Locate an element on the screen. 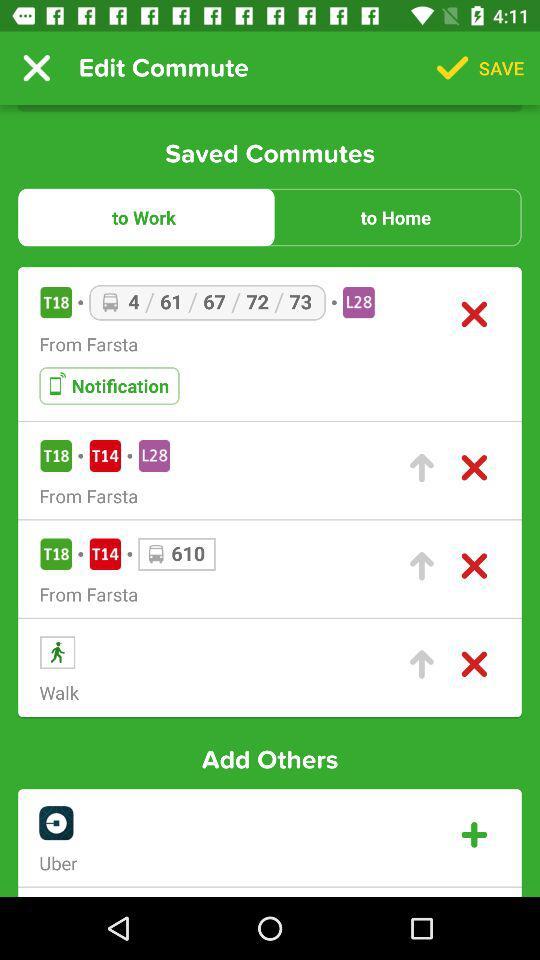 The image size is (540, 960). reject option is located at coordinates (473, 664).